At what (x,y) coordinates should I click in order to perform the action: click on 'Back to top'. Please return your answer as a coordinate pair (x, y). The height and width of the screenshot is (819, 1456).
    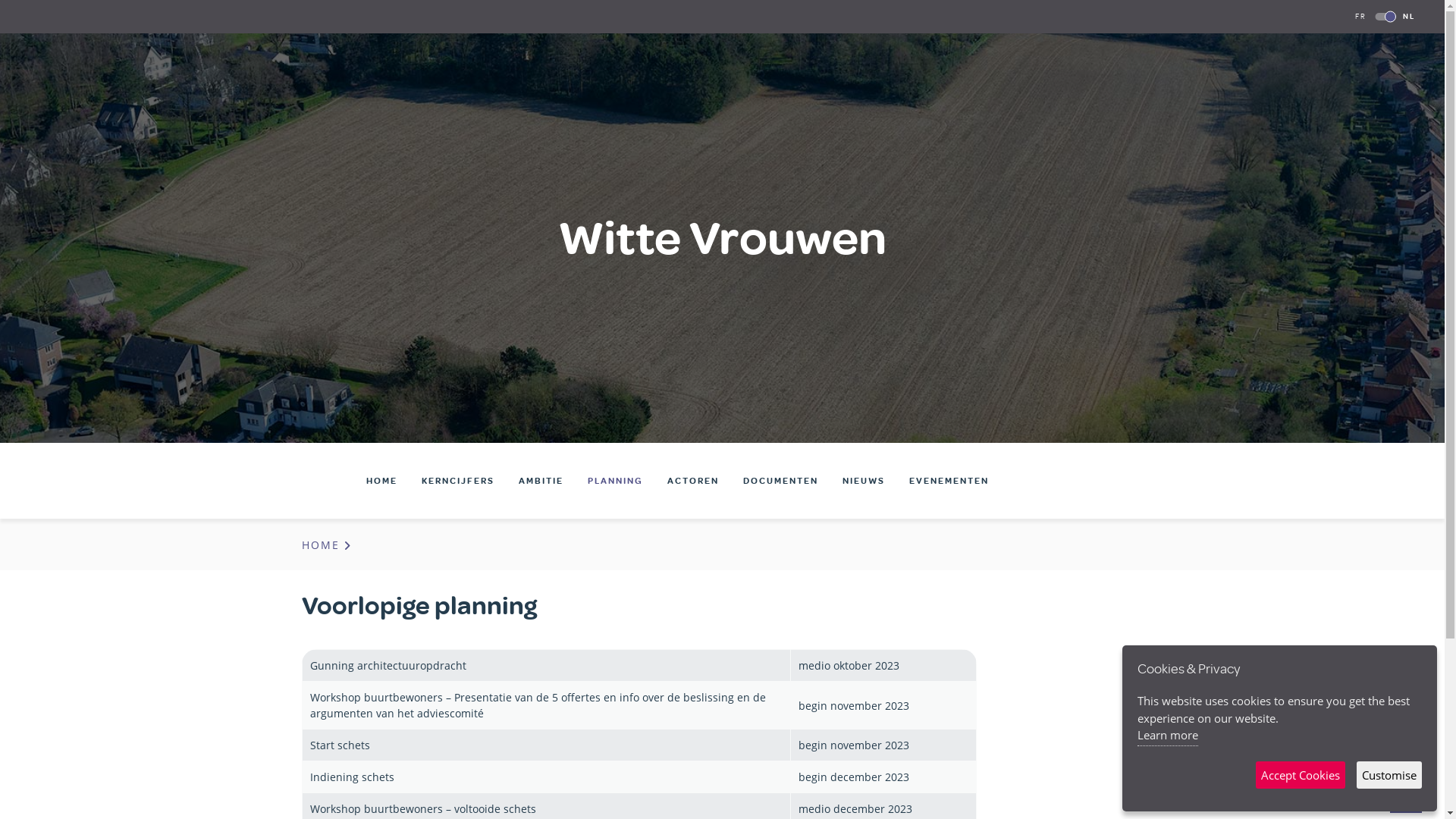
    Looking at the image, I should click on (1390, 800).